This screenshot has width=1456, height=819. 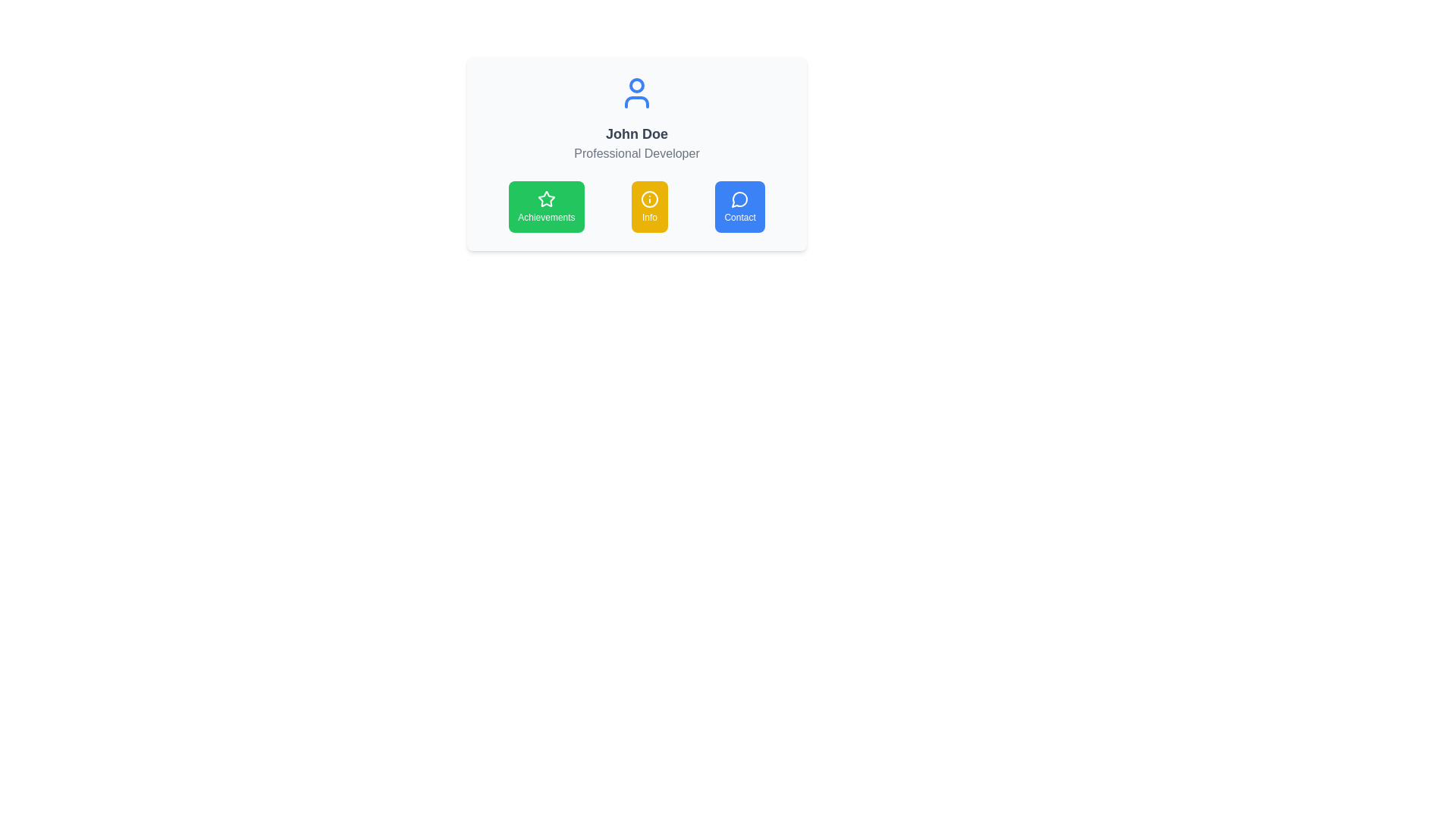 I want to click on the 'Contact' button, which is a rectangular button with a blue background, white border-radius styling, and white text featuring a speech bubble icon above the text, so click(x=739, y=207).